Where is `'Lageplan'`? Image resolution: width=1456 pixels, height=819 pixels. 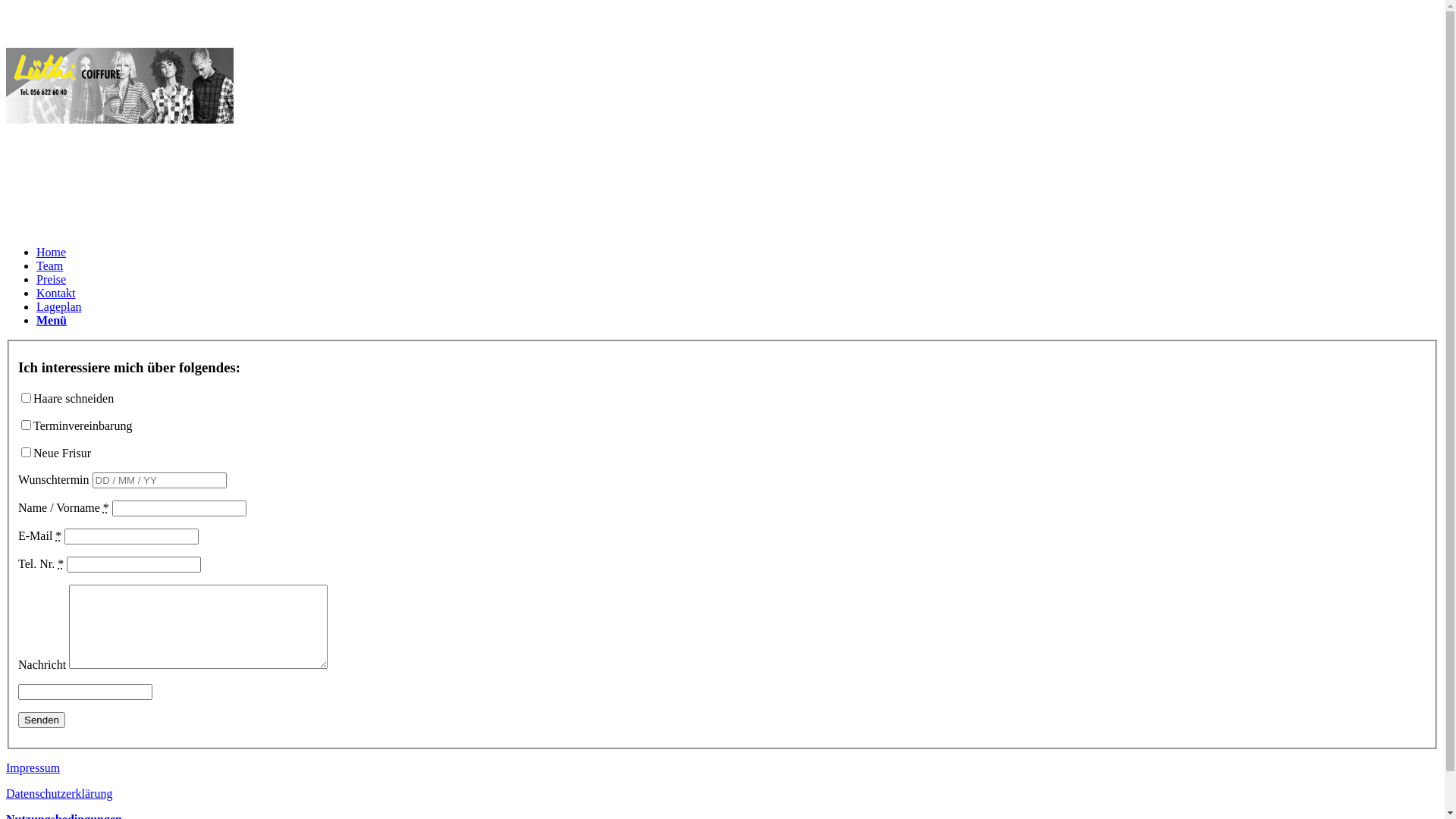 'Lageplan' is located at coordinates (58, 306).